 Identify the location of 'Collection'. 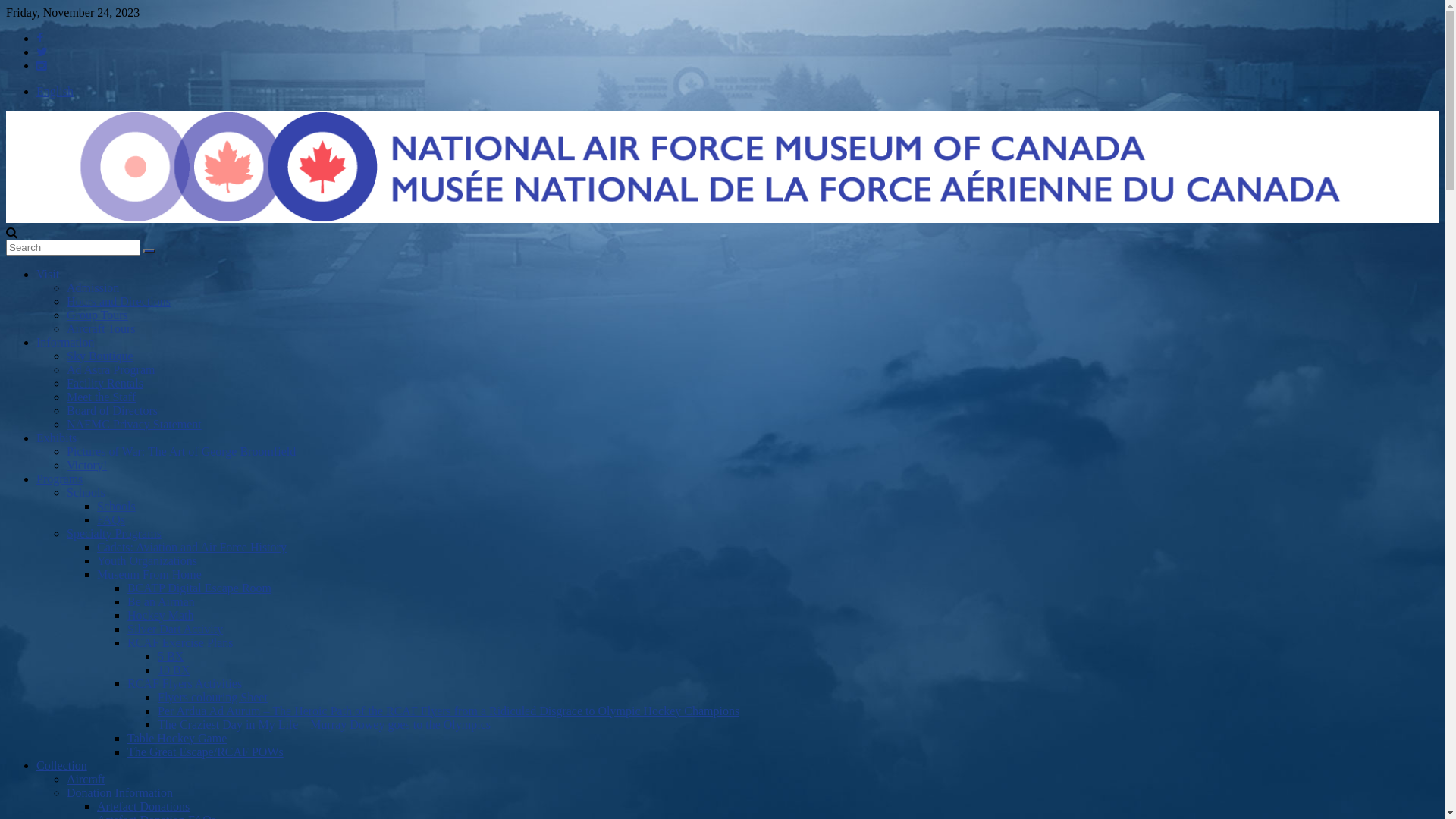
(61, 765).